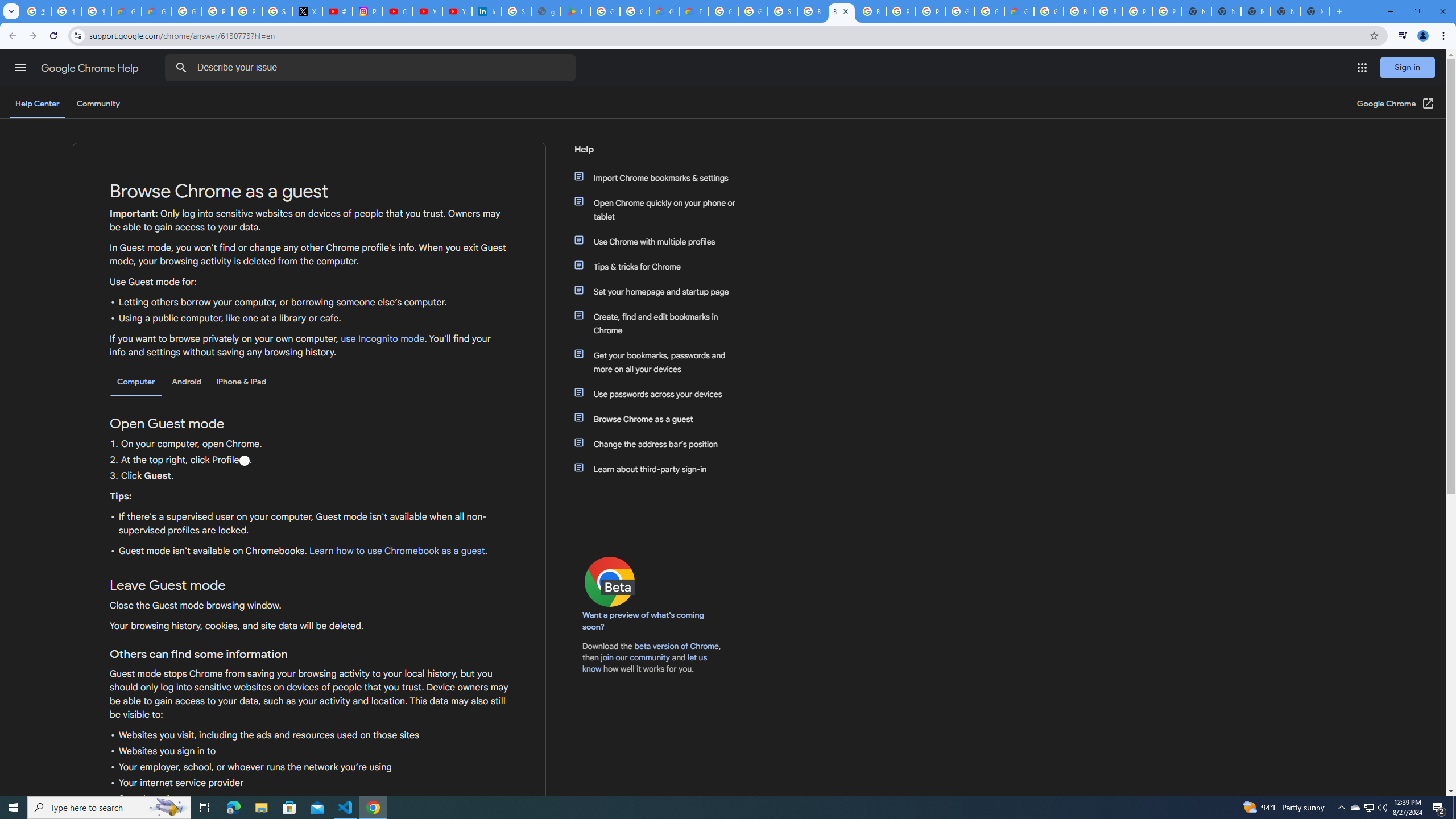 Image resolution: width=1456 pixels, height=819 pixels. Describe the element at coordinates (635, 657) in the screenshot. I see `'join our community'` at that location.